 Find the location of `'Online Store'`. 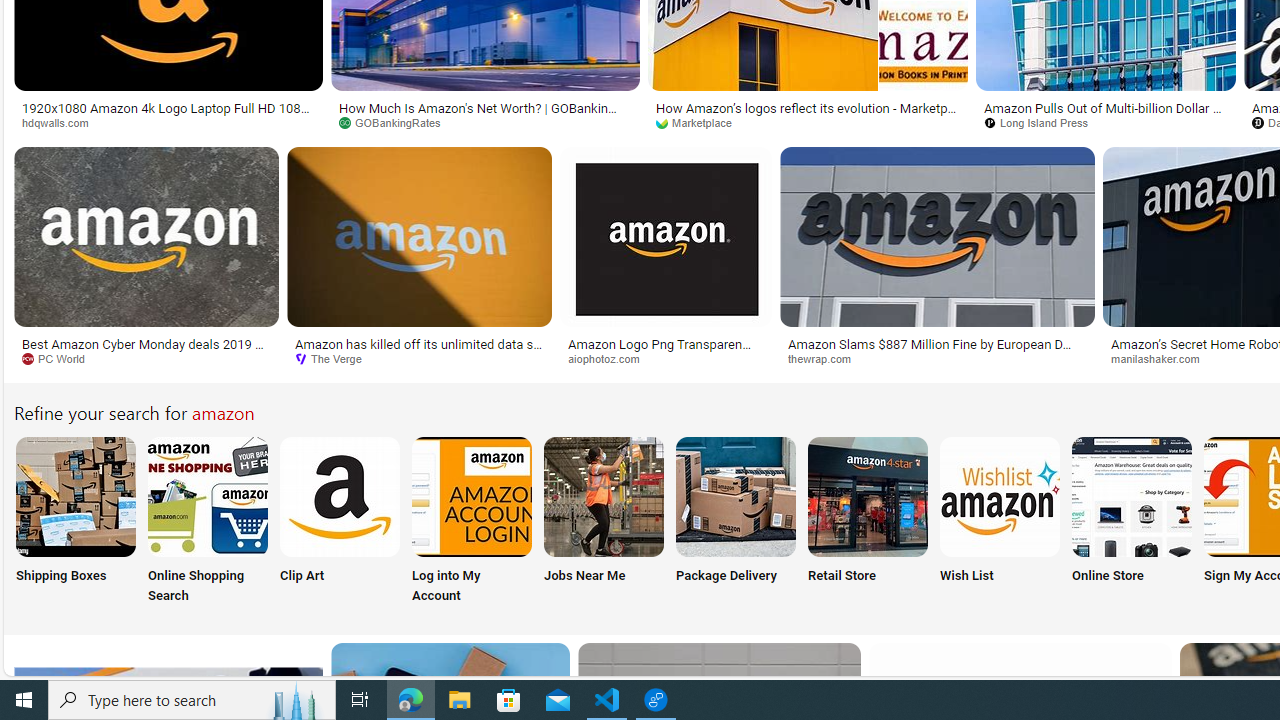

'Online Store' is located at coordinates (1132, 521).